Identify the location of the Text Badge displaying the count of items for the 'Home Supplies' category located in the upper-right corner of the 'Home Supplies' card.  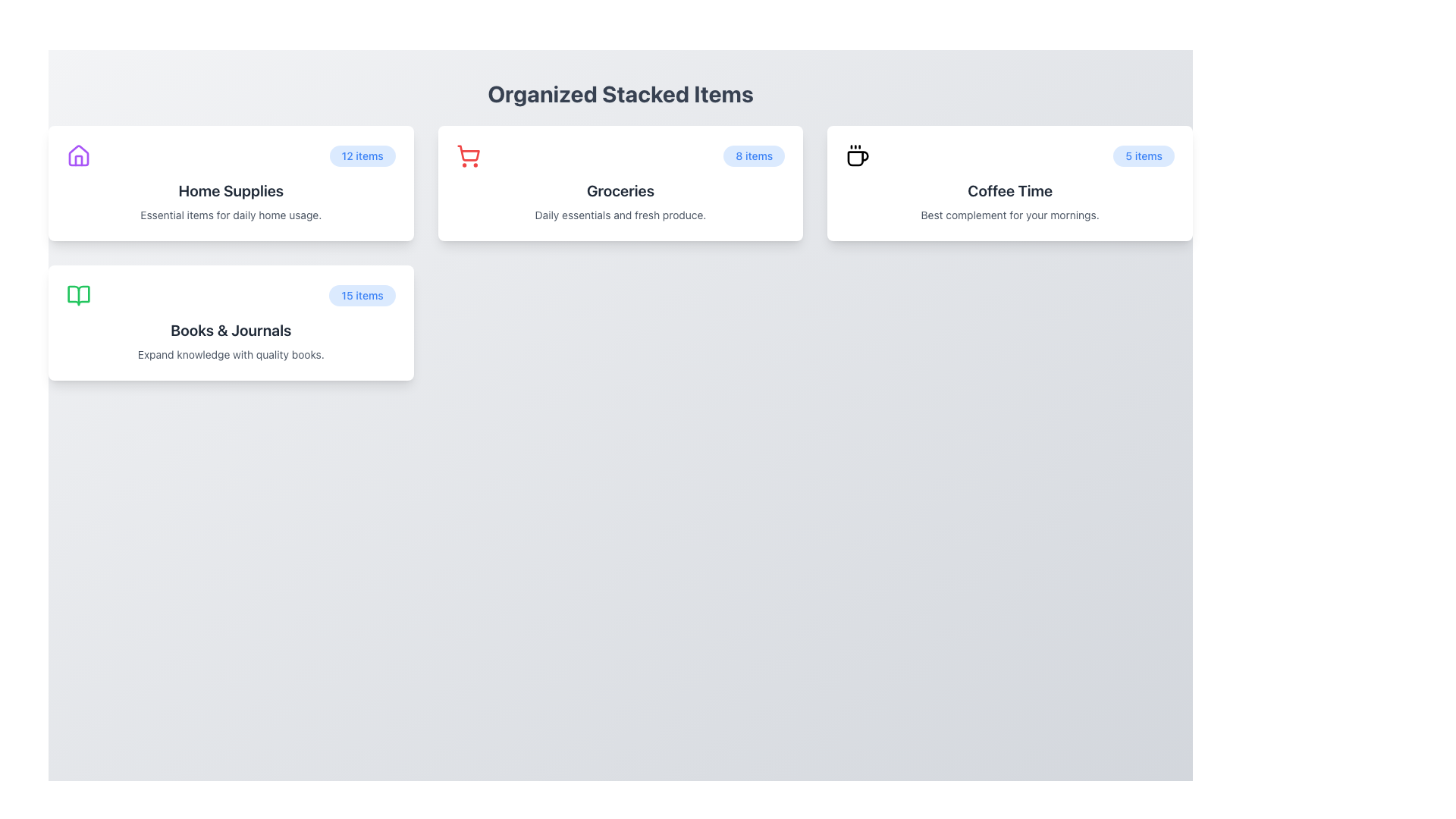
(362, 155).